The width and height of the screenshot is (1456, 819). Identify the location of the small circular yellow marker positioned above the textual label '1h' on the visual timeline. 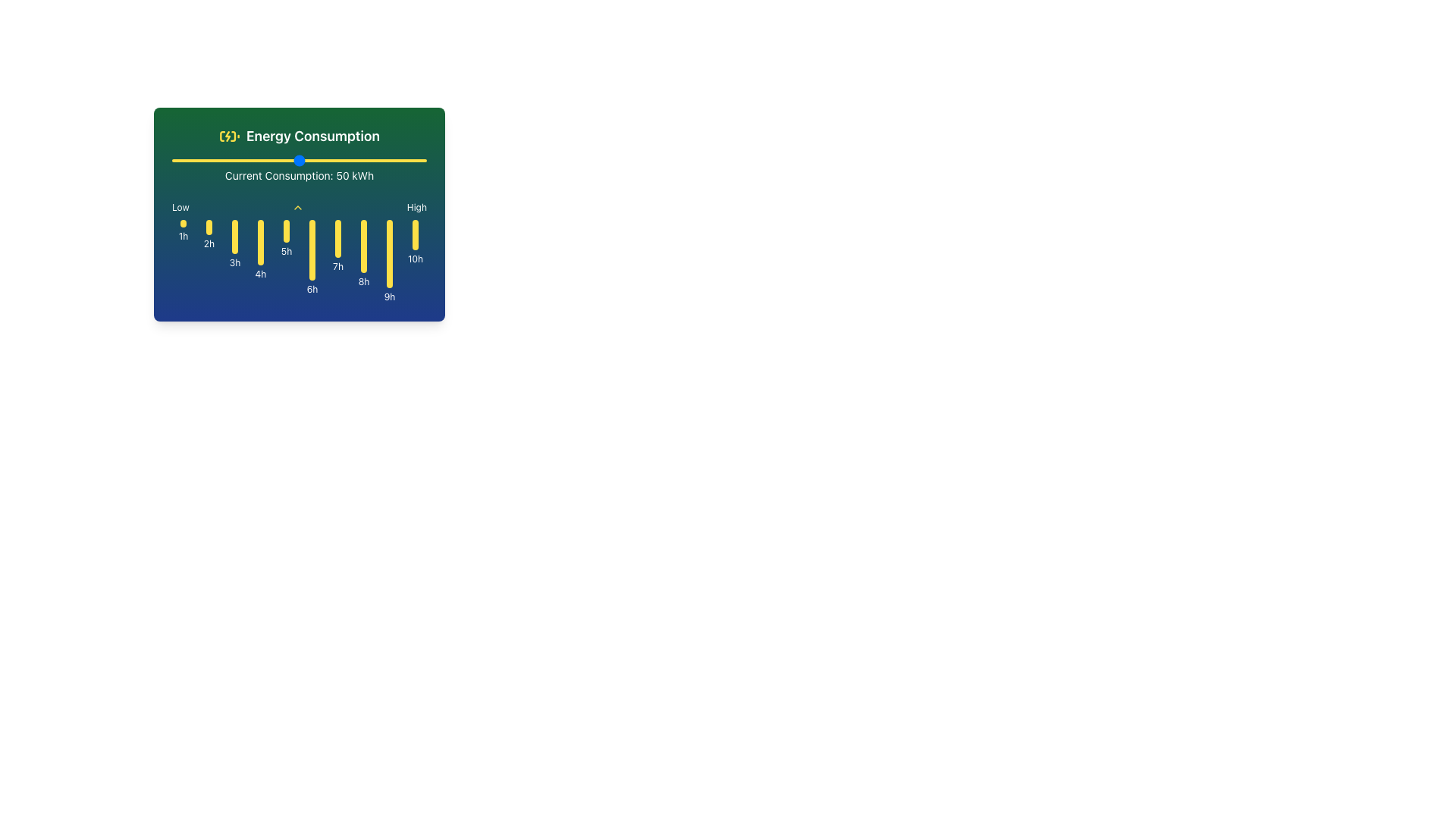
(182, 223).